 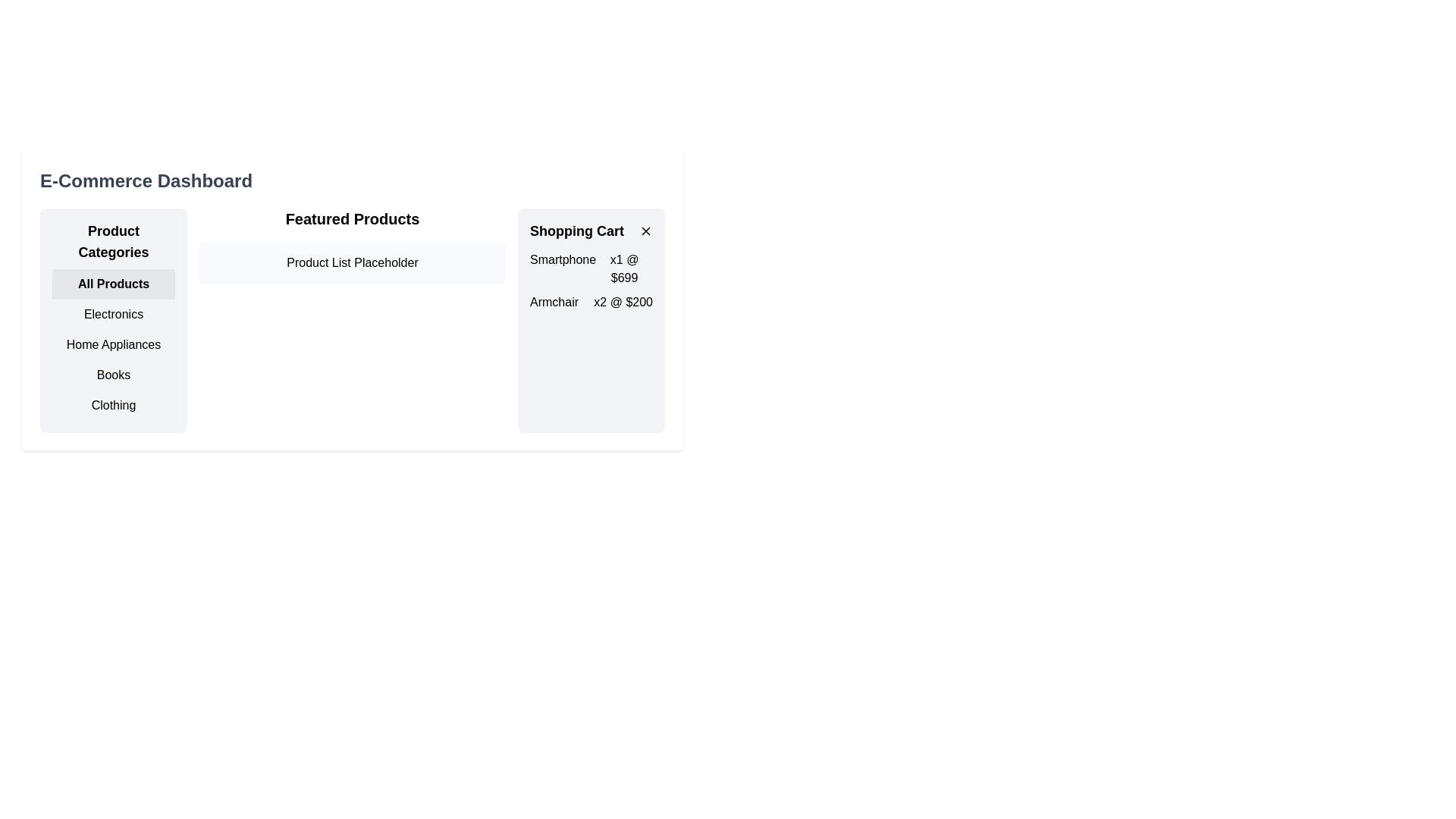 What do you see at coordinates (352, 262) in the screenshot?
I see `the Placeholder box for the product list located in the 'Featured Products' section, positioned centrally below the title 'Featured Products'` at bounding box center [352, 262].